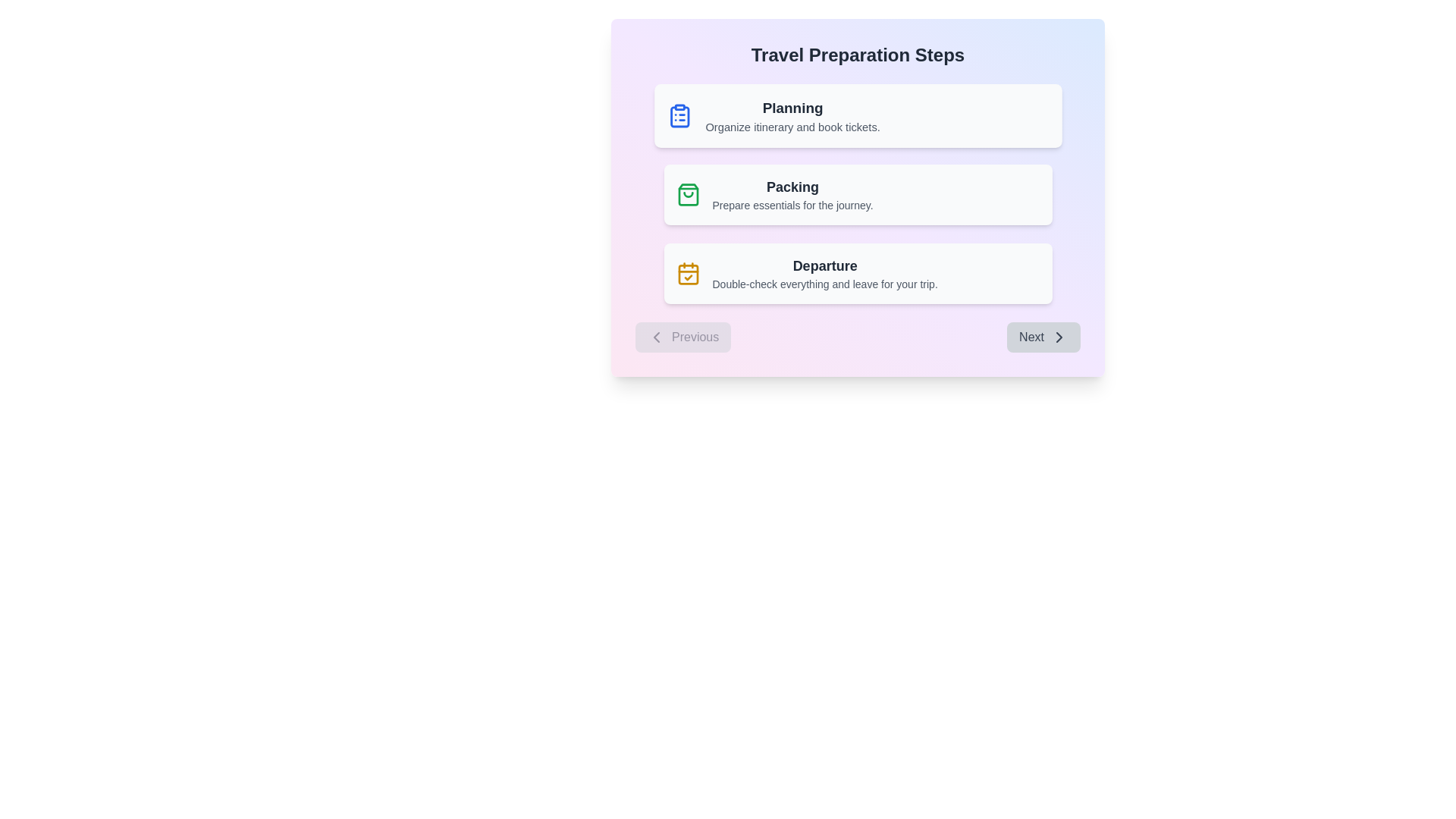  Describe the element at coordinates (858, 274) in the screenshot. I see `the third card in the 'Travel Preparation Steps' section, which features a yellow calendar icon and text indicating 'Departure' and a subtitle about checking everything before leaving for the trip` at that location.